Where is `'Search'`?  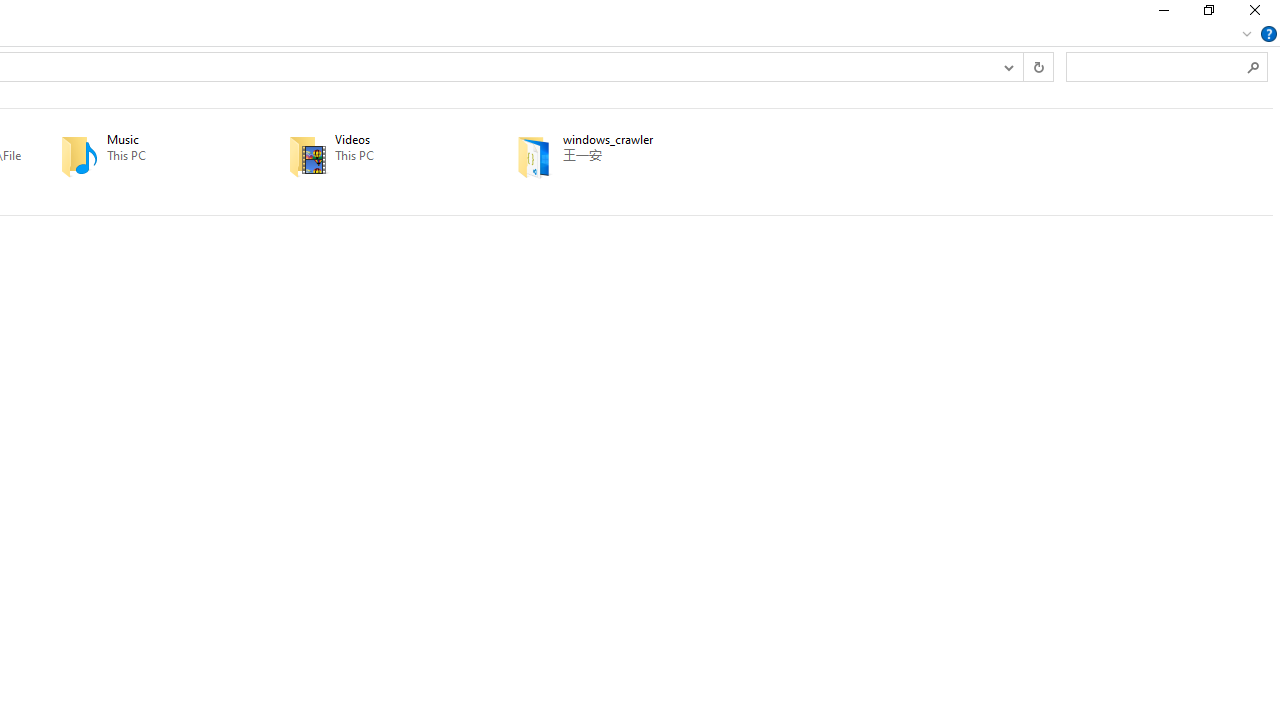 'Search' is located at coordinates (1252, 65).